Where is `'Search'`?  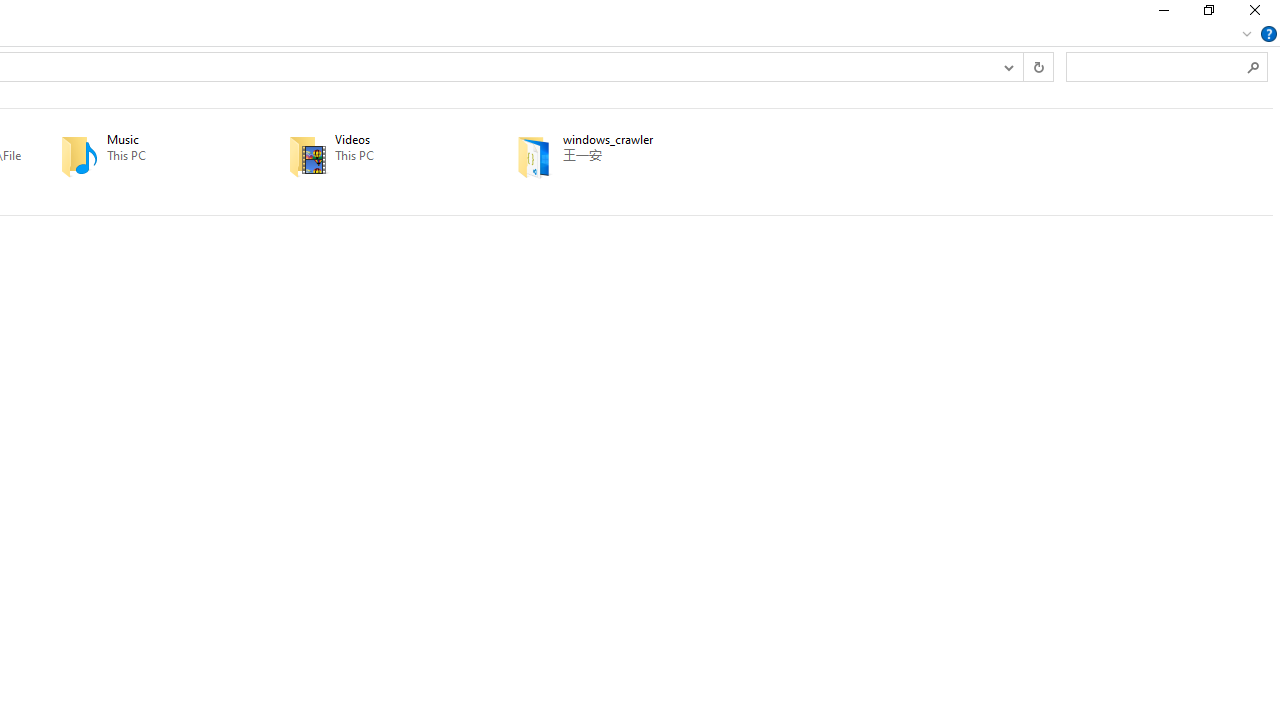 'Search' is located at coordinates (1252, 65).